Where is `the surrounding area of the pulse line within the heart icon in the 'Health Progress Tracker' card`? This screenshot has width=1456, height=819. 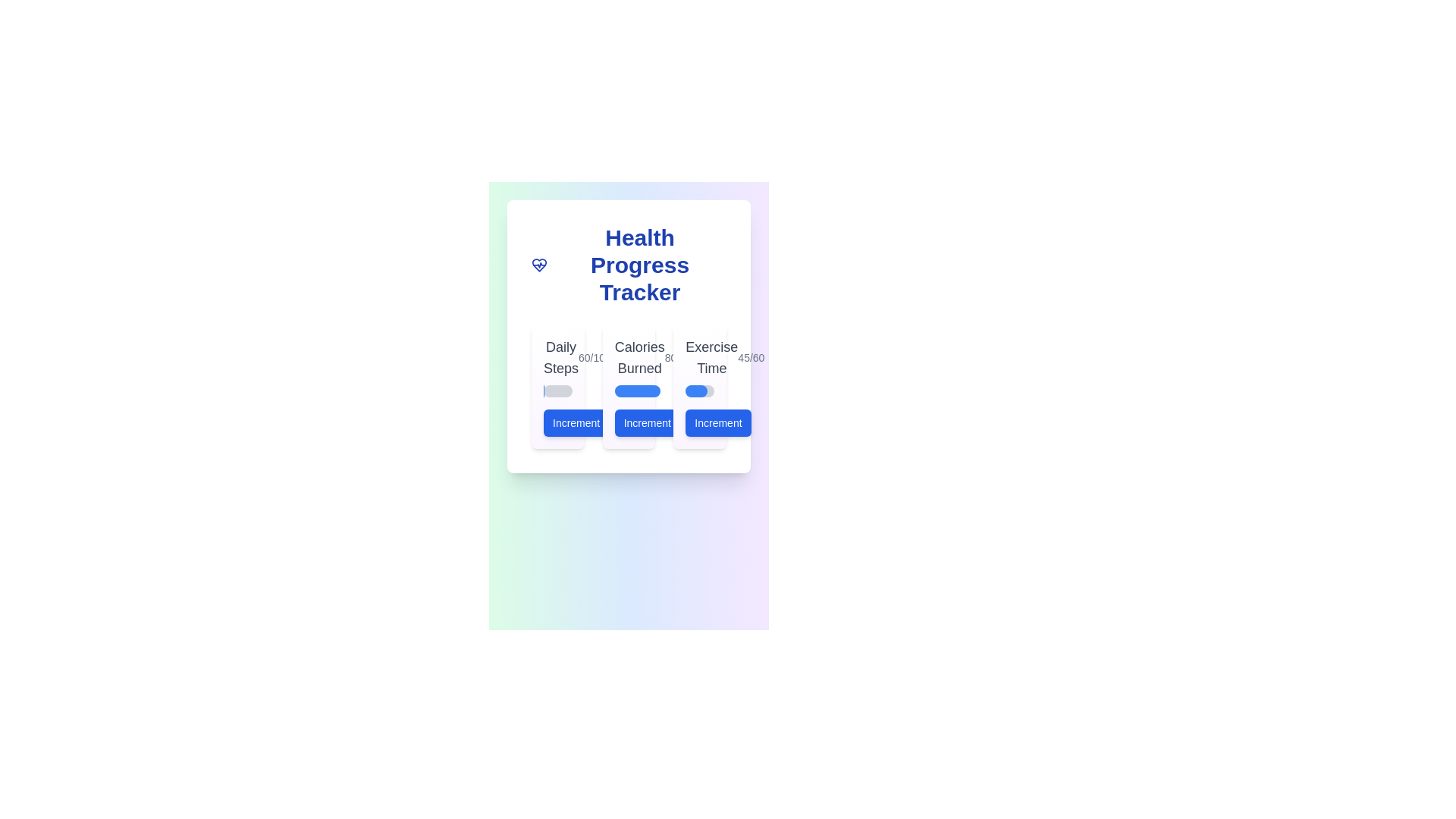
the surrounding area of the pulse line within the heart icon in the 'Health Progress Tracker' card is located at coordinates (539, 265).